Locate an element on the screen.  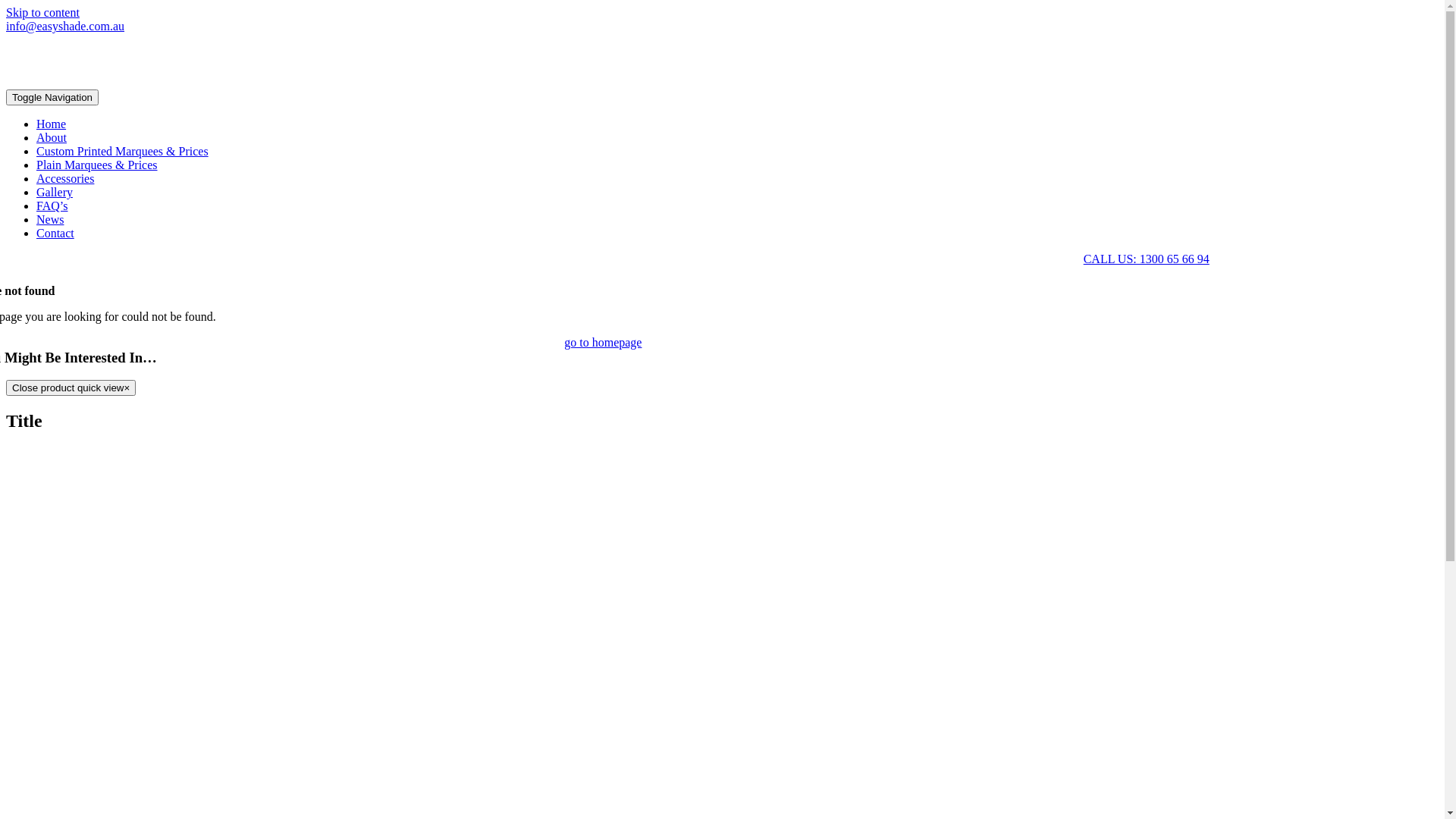
'Toggle Navigation' is located at coordinates (52, 97).